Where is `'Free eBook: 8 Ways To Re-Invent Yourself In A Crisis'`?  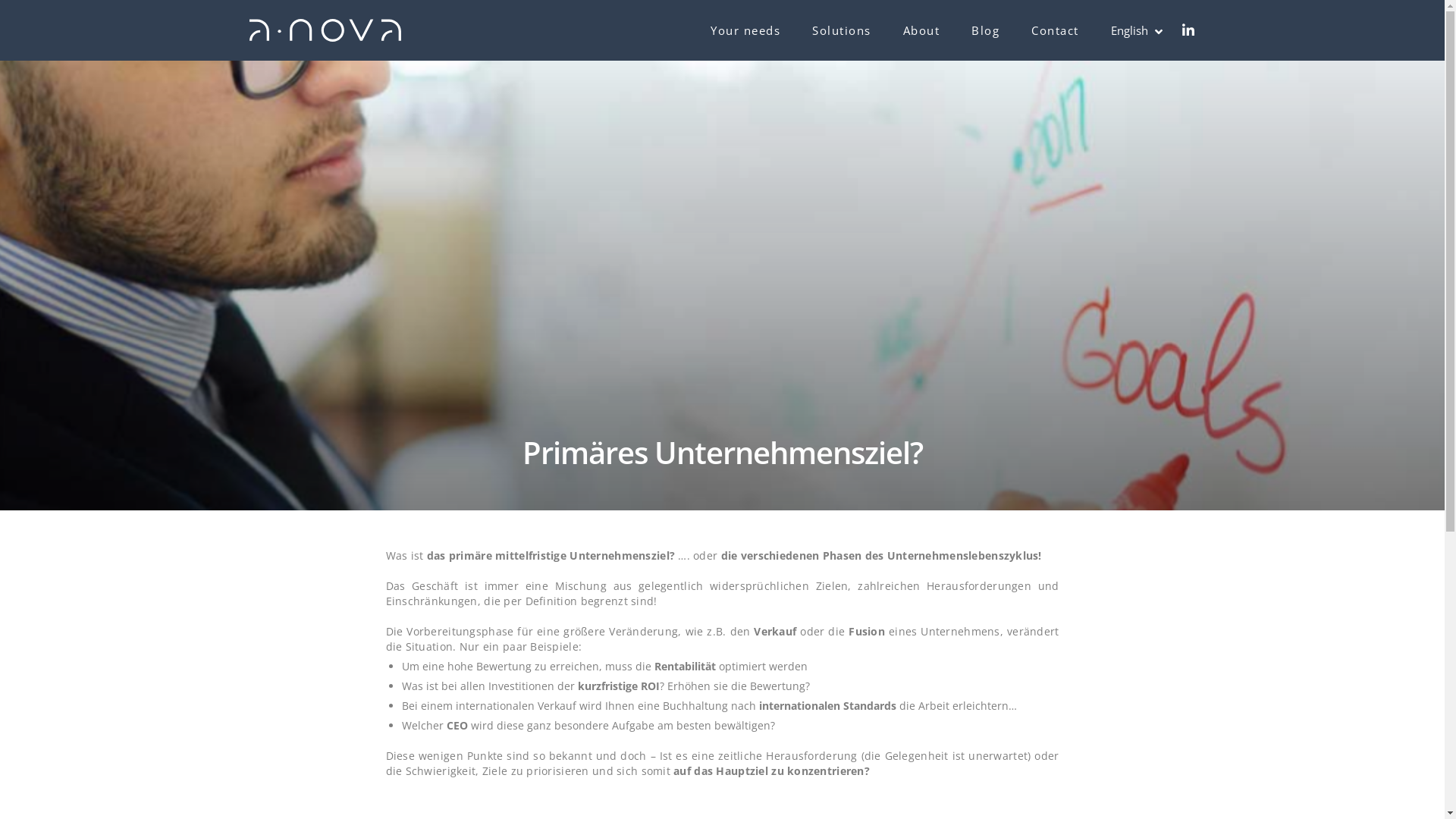 'Free eBook: 8 Ways To Re-Invent Yourself In A Crisis' is located at coordinates (734, 620).